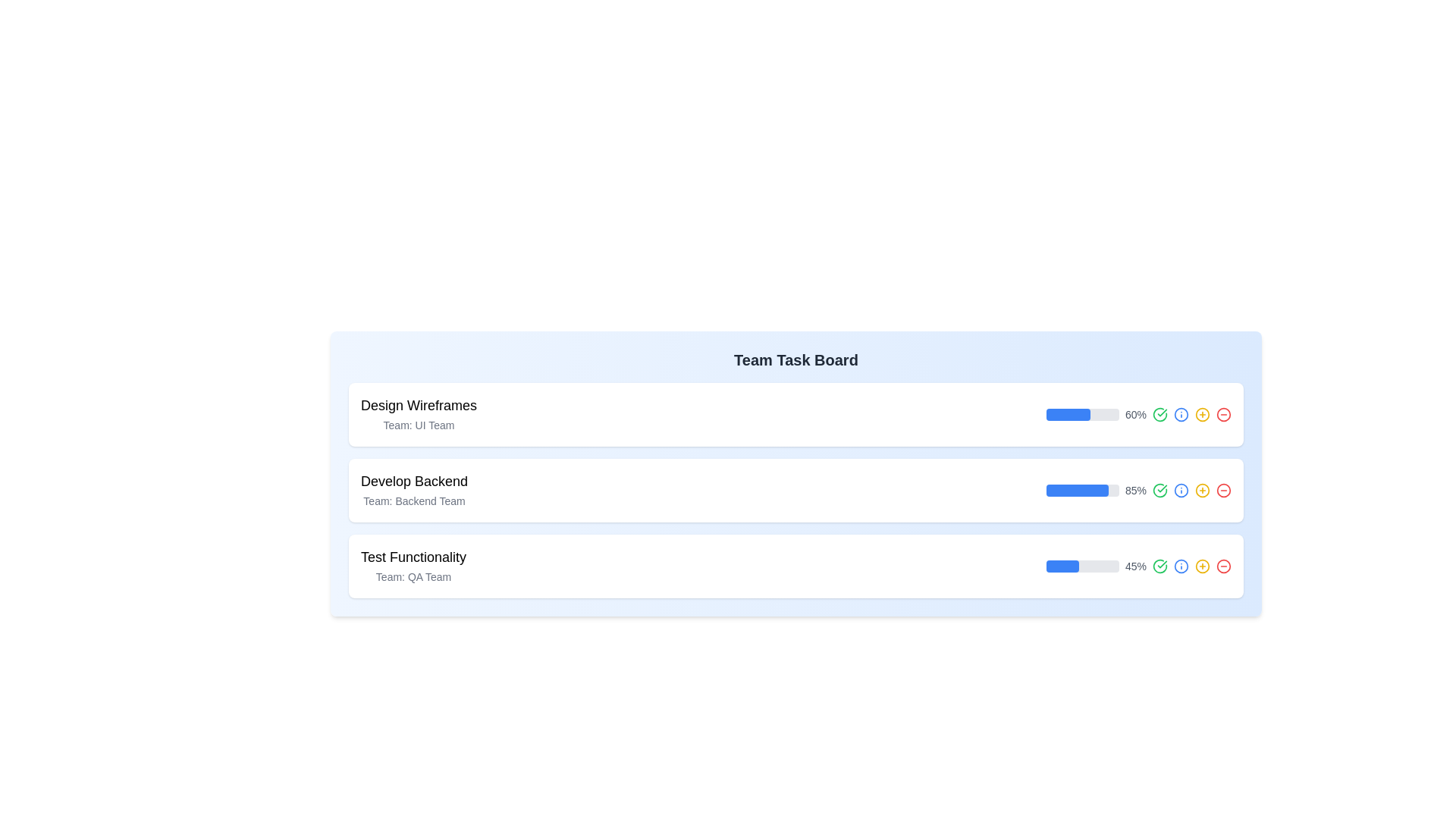 Image resolution: width=1456 pixels, height=819 pixels. What do you see at coordinates (1159, 566) in the screenshot?
I see `the interactive checkmark icon located to the immediate right of the '45%' percentage label in the third task row` at bounding box center [1159, 566].